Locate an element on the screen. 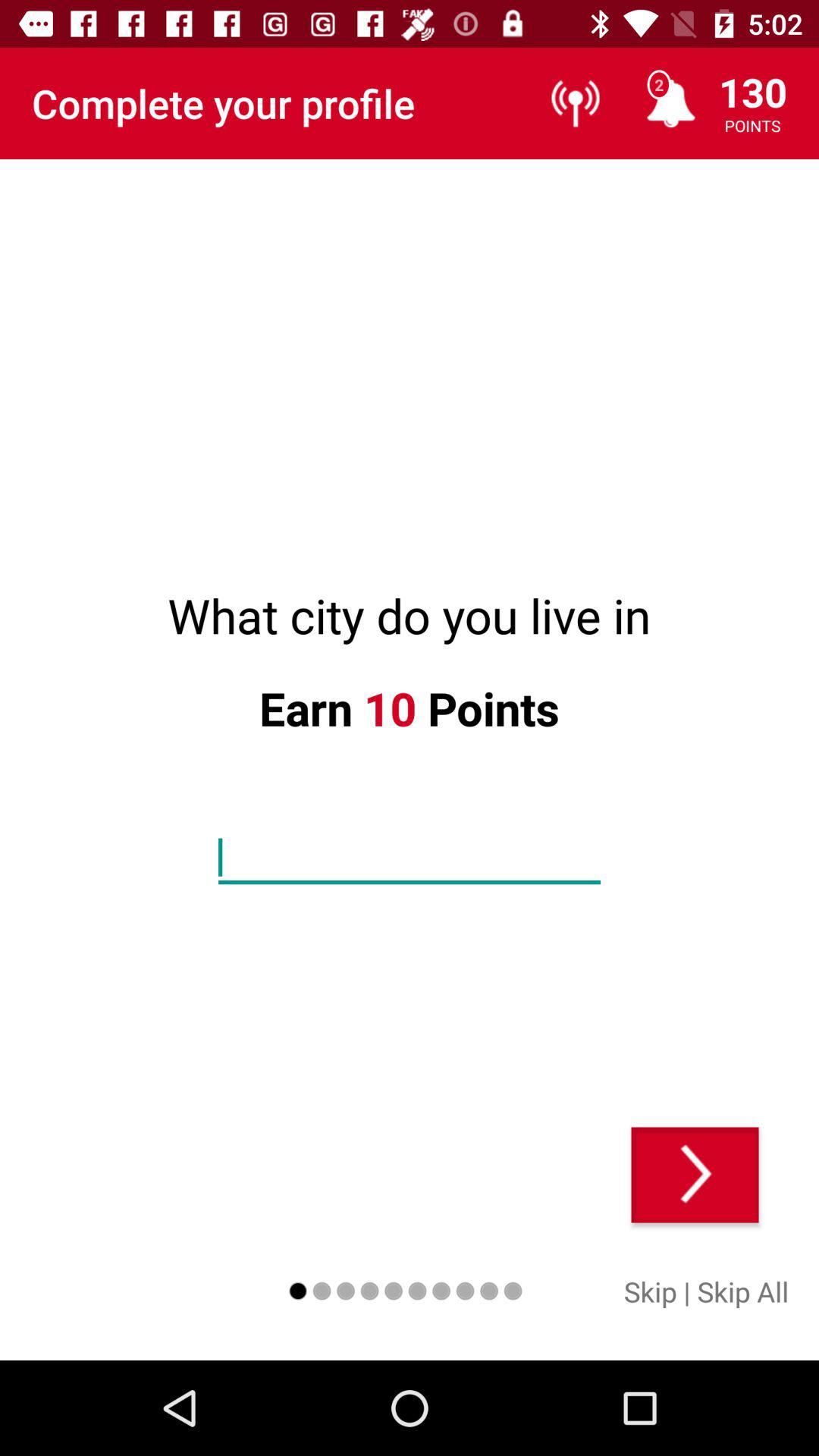 The width and height of the screenshot is (819, 1456). city field is located at coordinates (409, 858).